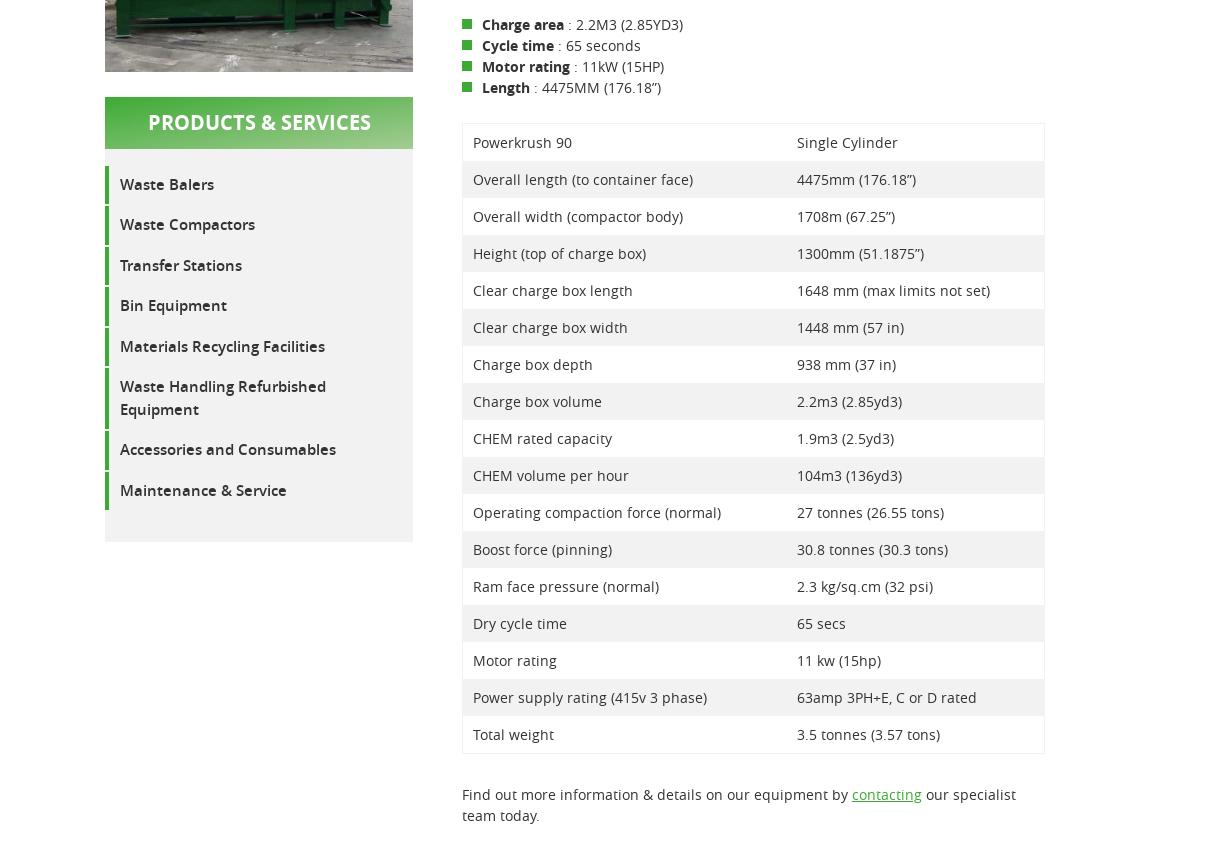 Image resolution: width=1214 pixels, height=858 pixels. I want to click on '1.9m3 (2.5yd3)', so click(844, 437).